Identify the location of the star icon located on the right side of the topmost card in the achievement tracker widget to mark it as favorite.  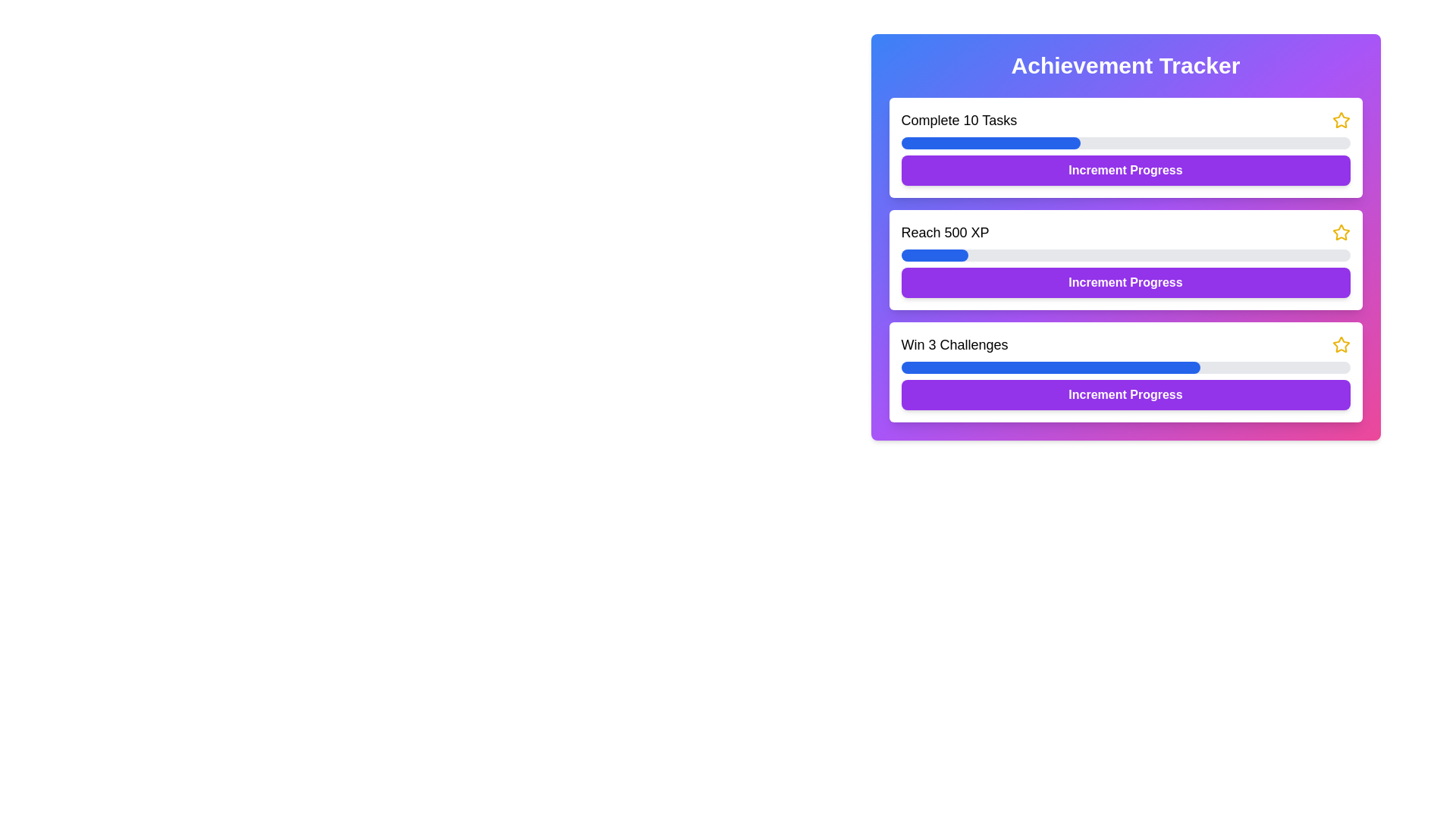
(1340, 119).